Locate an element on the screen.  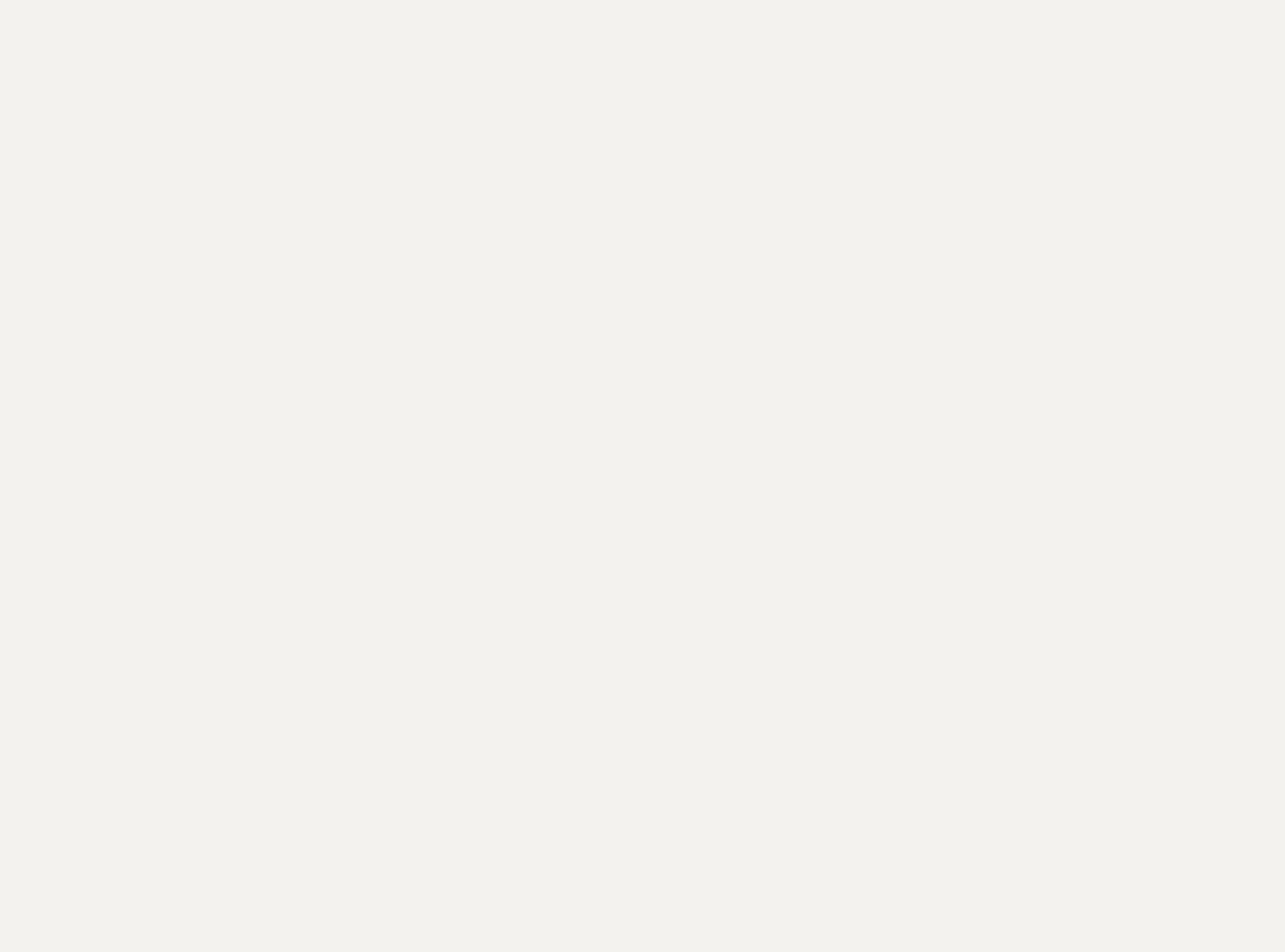
'The Canadian actress grew up in the area.' is located at coordinates (314, 886).